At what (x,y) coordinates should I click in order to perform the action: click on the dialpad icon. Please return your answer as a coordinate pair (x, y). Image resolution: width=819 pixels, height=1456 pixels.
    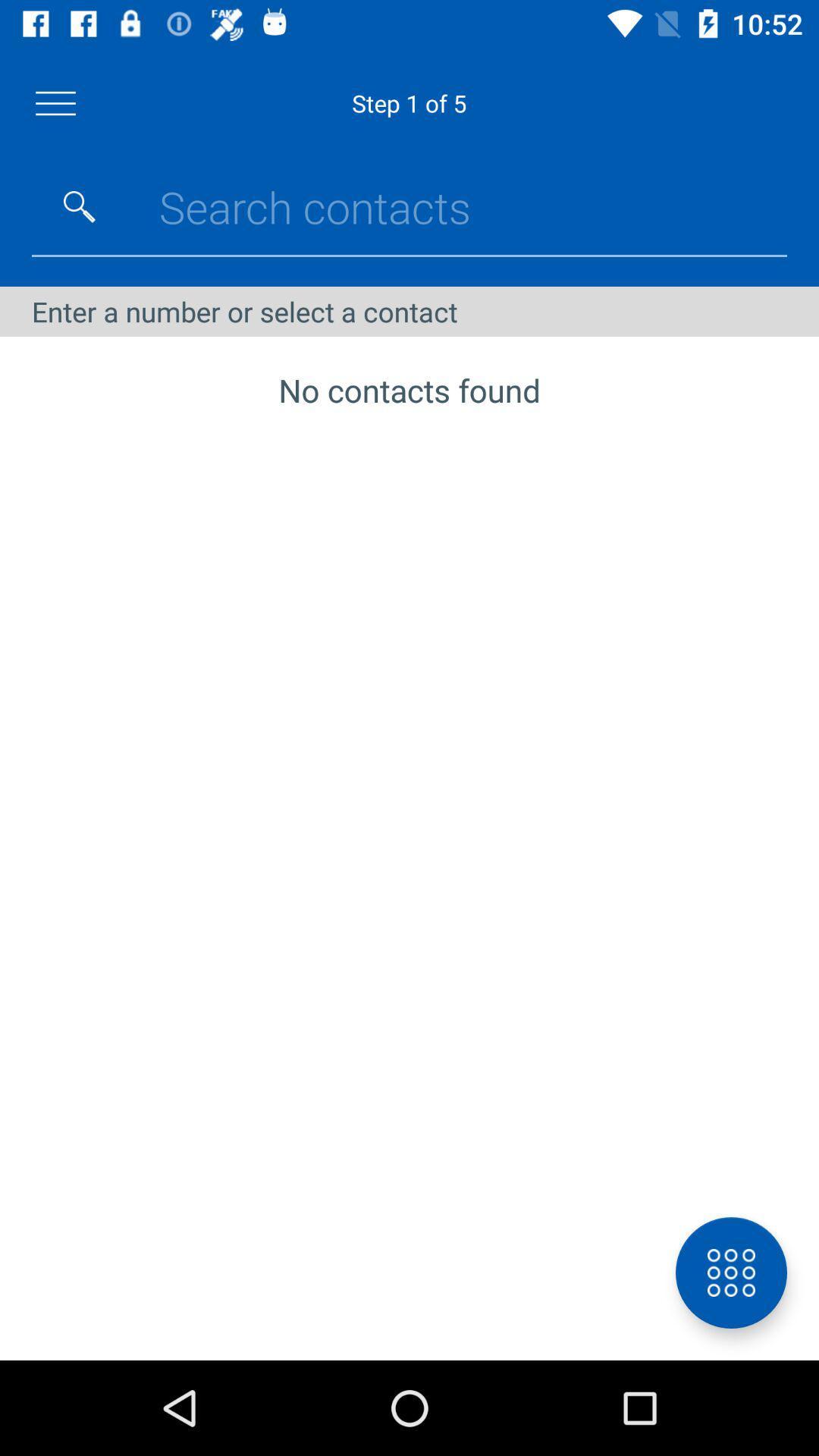
    Looking at the image, I should click on (730, 1272).